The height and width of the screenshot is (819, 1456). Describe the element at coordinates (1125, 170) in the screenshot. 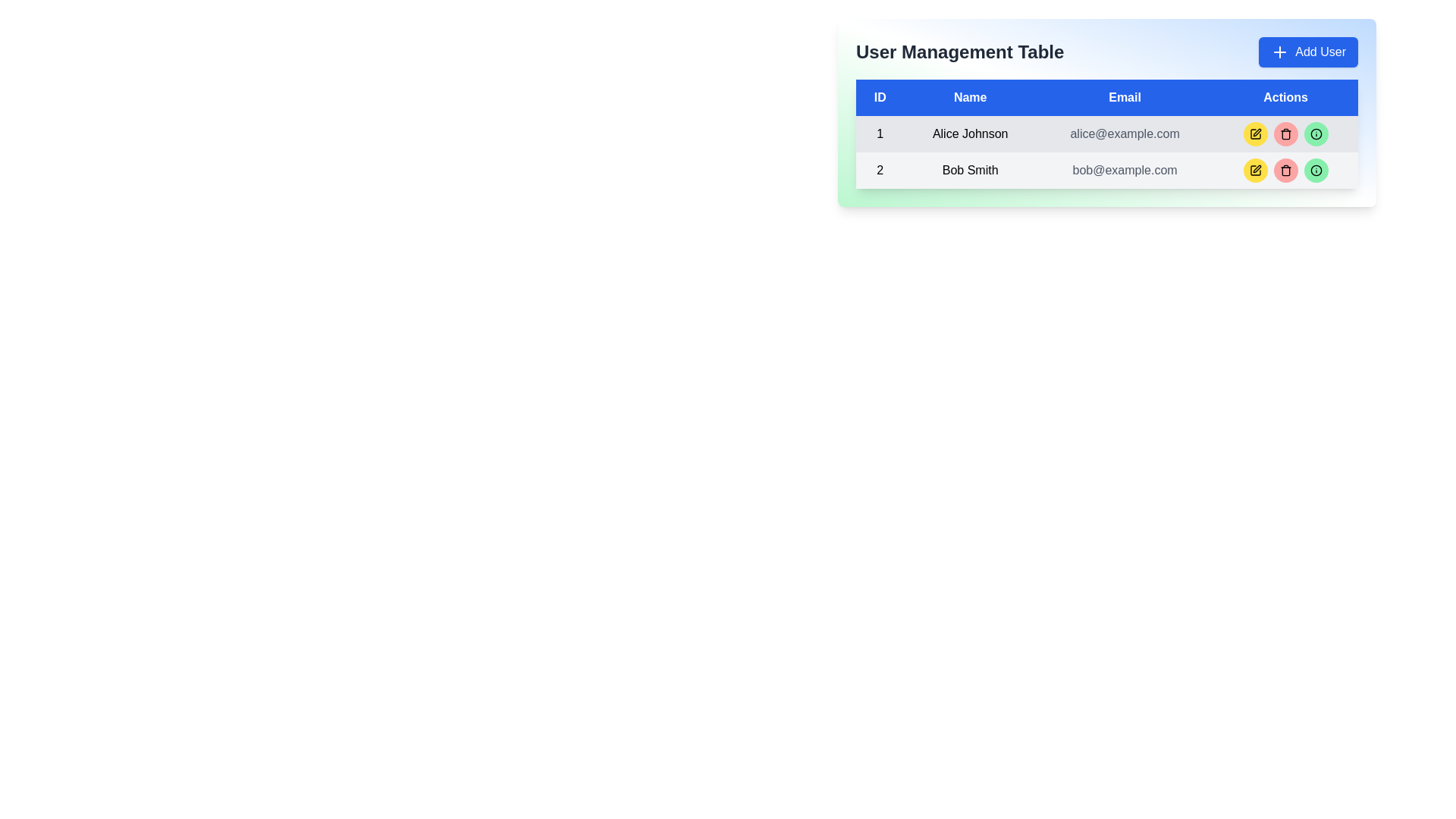

I see `the email address displayed for user 'Bob Smith'` at that location.